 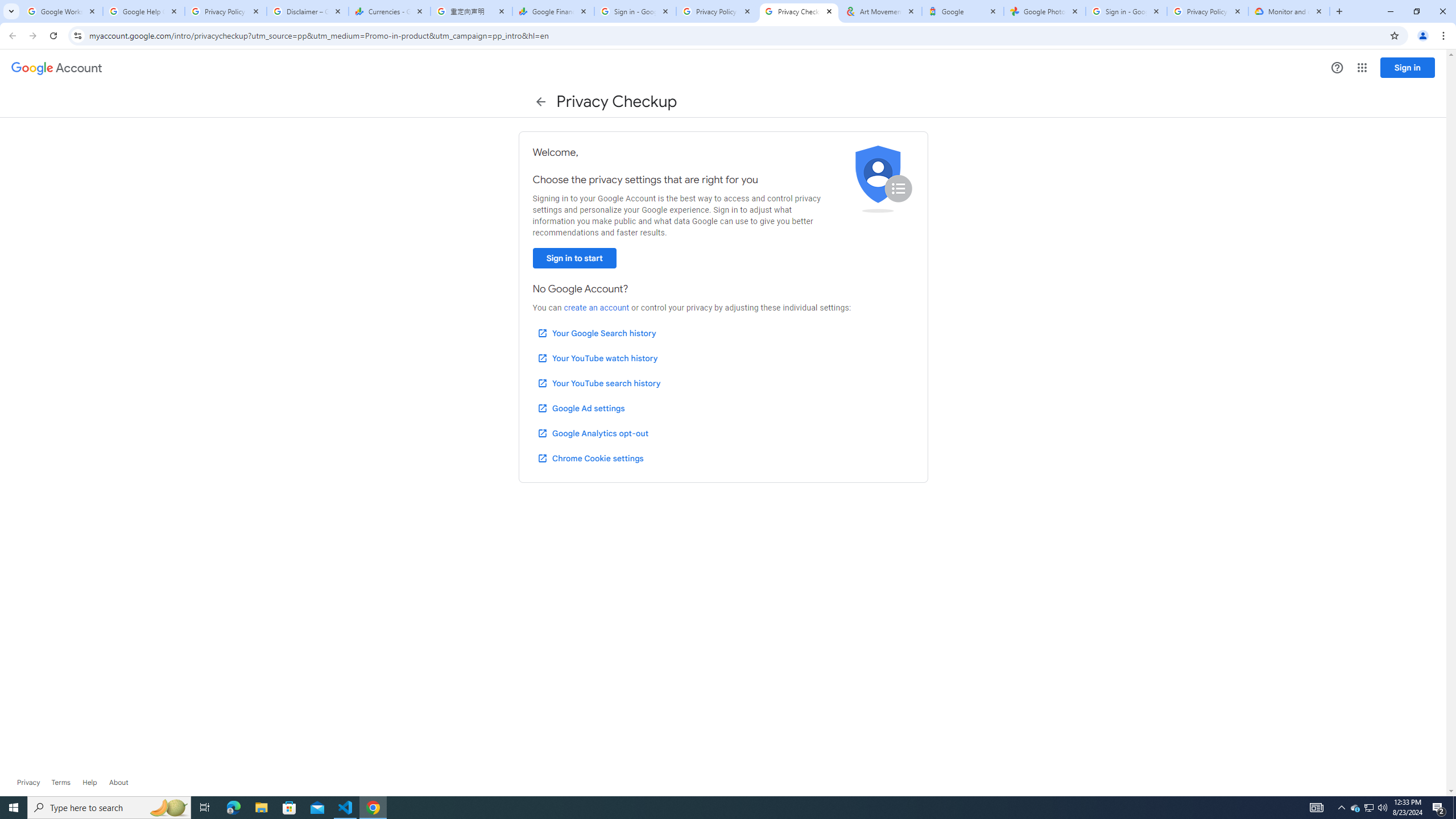 I want to click on 'Sign in to start', so click(x=573, y=258).